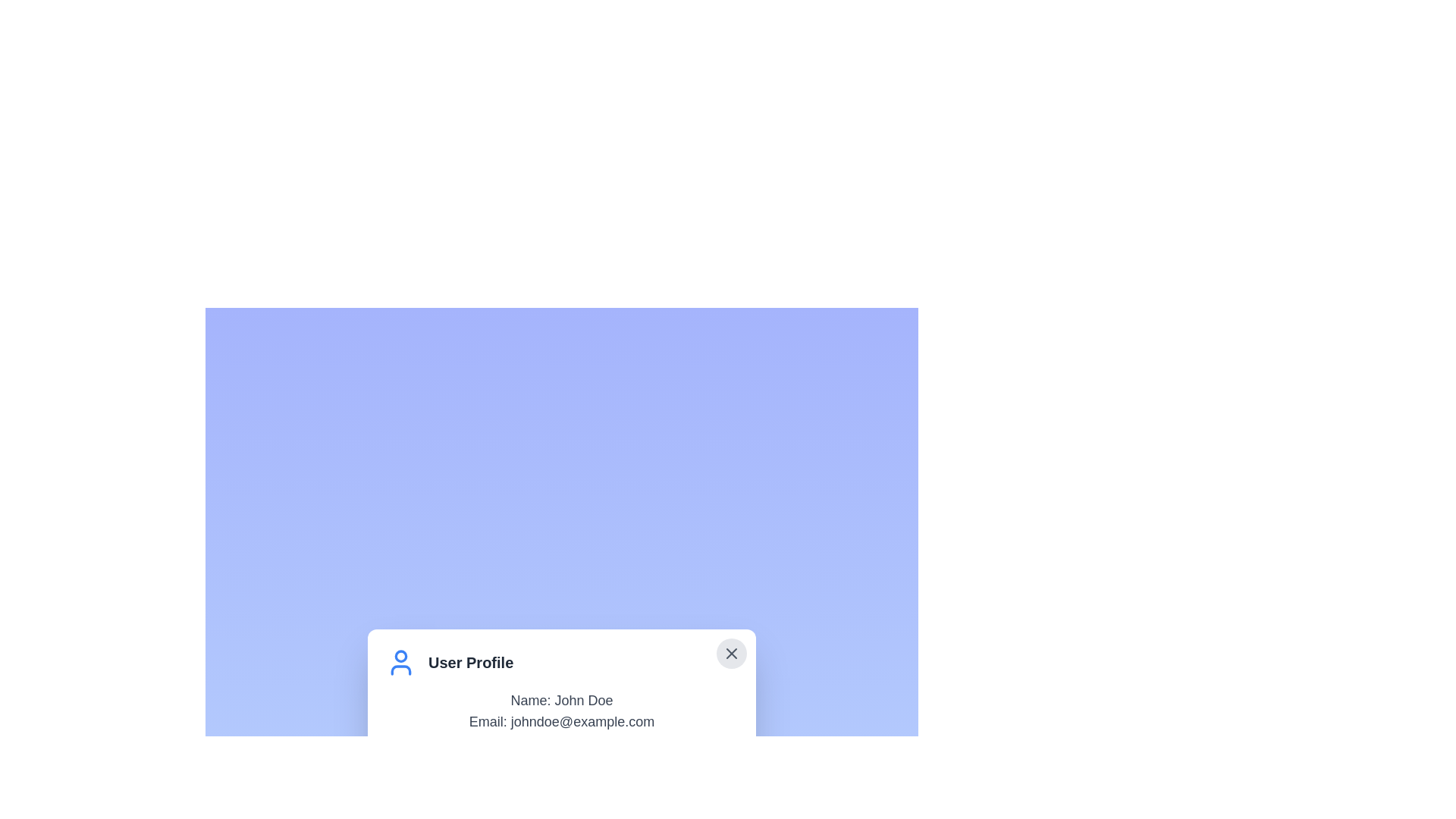 The image size is (1456, 819). What do you see at coordinates (731, 652) in the screenshot?
I see `the Close Button (SVG Icon) located at the top-right corner of the user profile card to trigger a tooltip or visual effect` at bounding box center [731, 652].